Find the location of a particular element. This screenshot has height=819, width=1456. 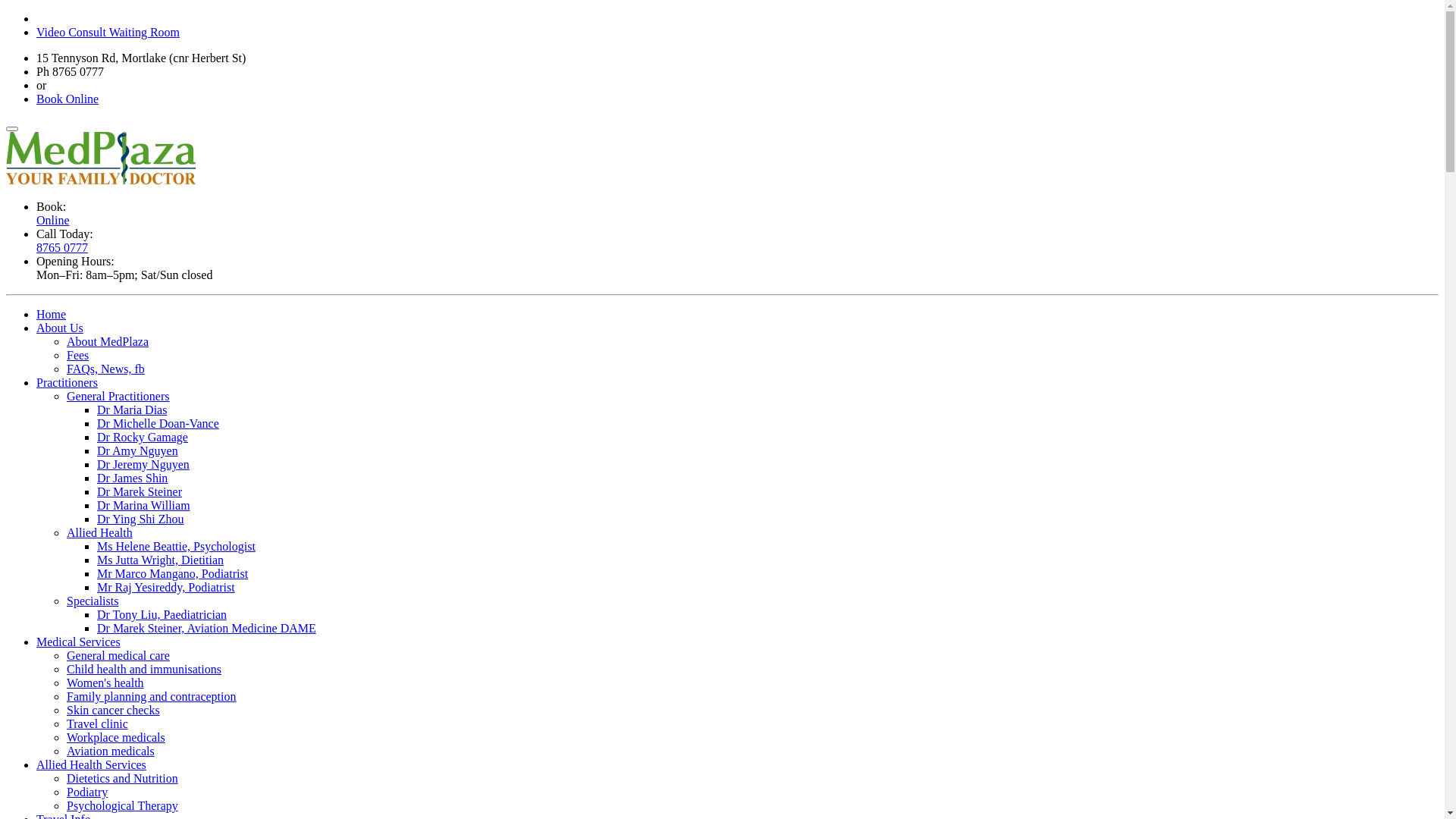

'Specialists' is located at coordinates (91, 600).